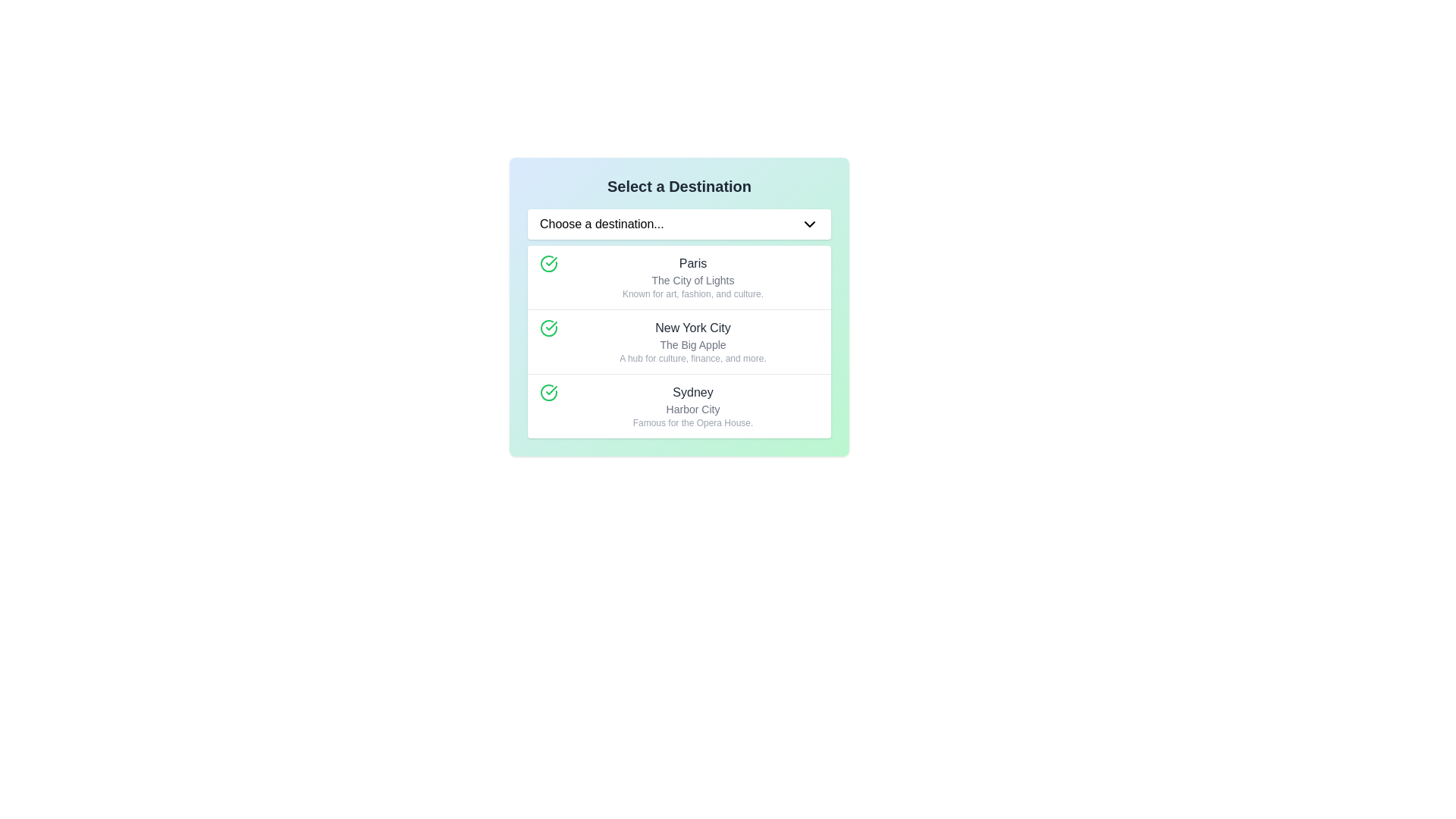 The image size is (1456, 819). Describe the element at coordinates (548, 391) in the screenshot. I see `the selection indicator icon for the 'Sydney' destination, which is located to the left of the title in the third entry of the destination list` at that location.